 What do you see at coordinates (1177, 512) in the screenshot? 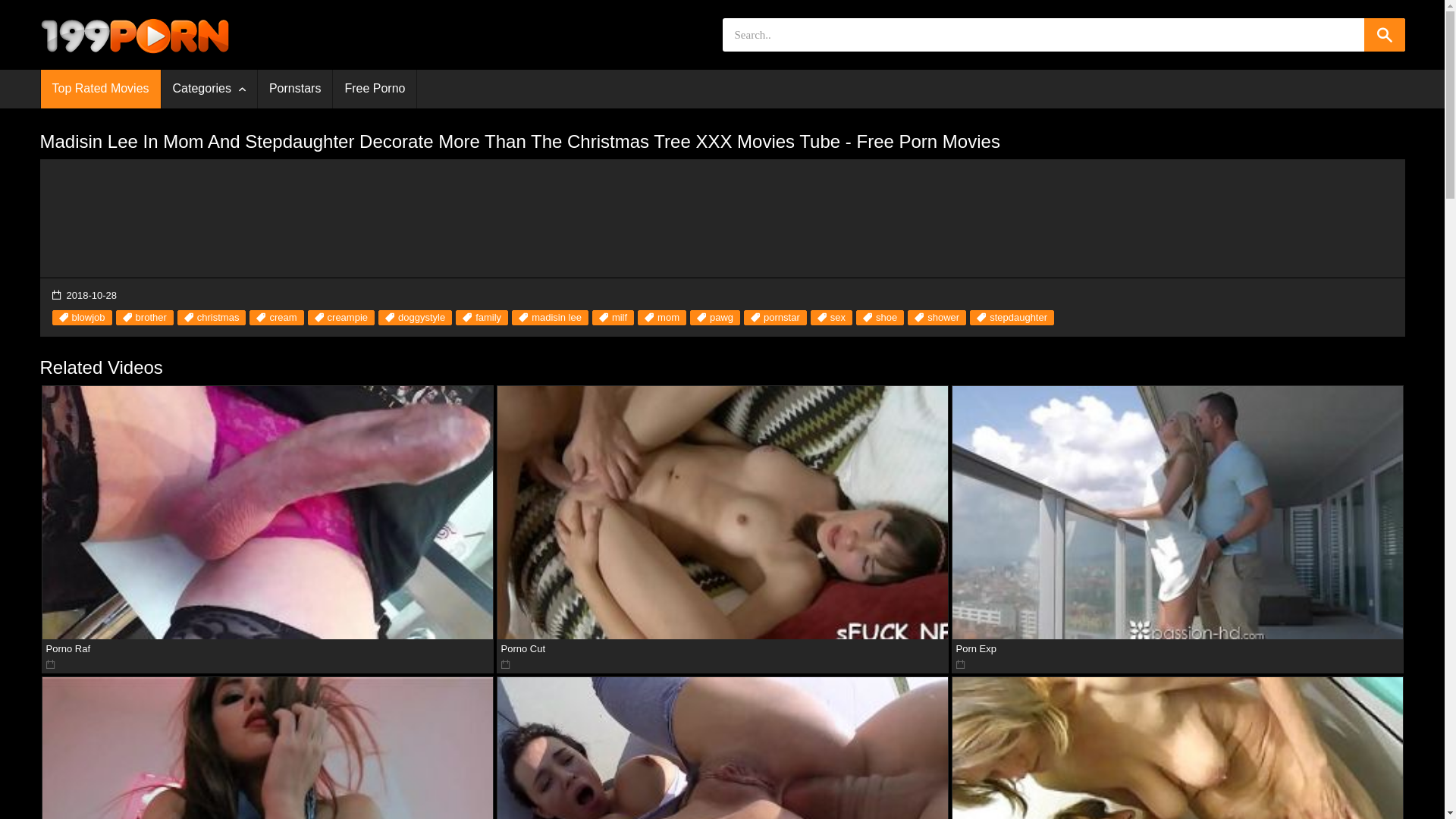
I see `'Porn Exp'` at bounding box center [1177, 512].